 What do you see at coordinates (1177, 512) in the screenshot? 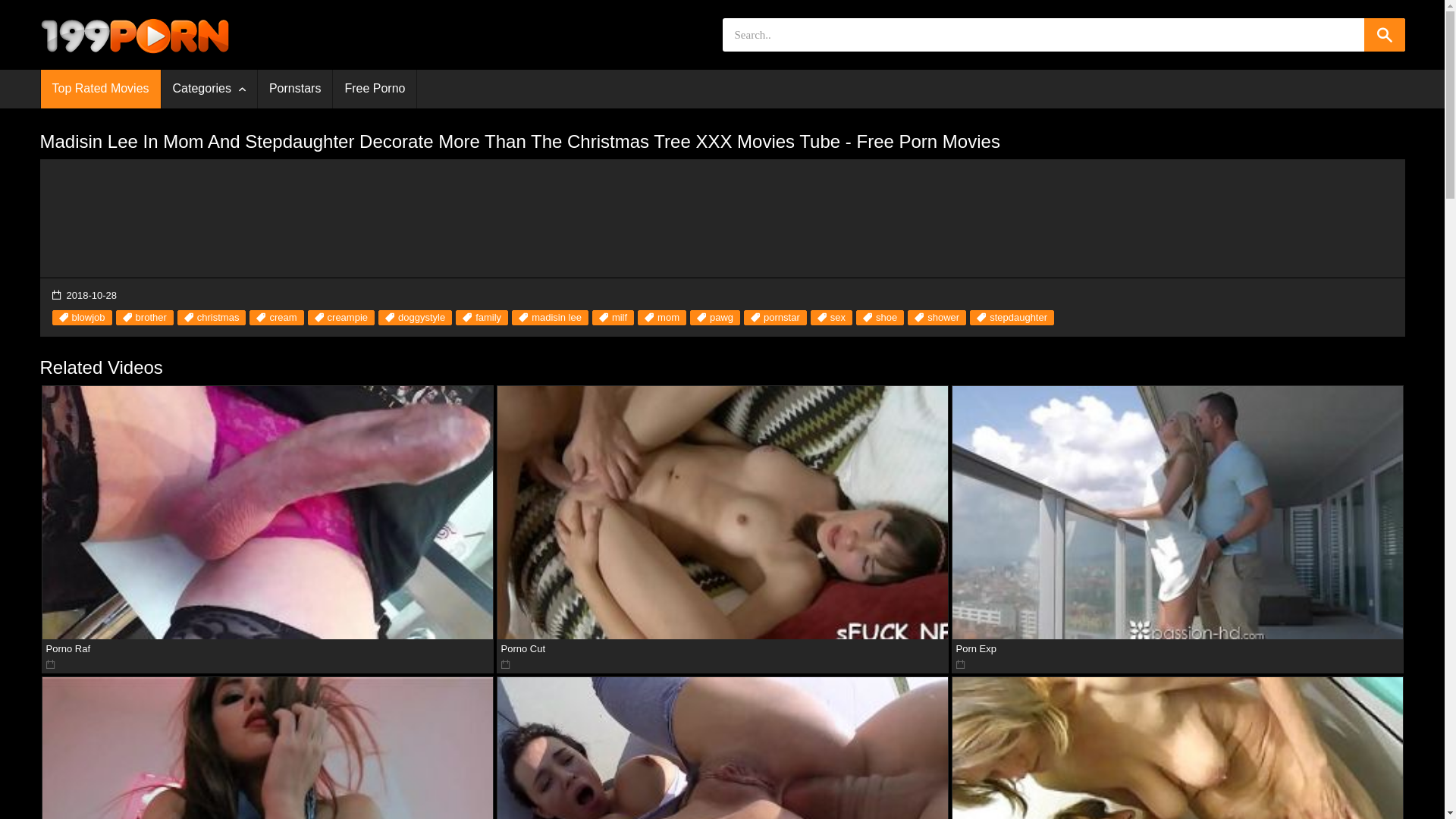
I see `'Porn Exp'` at bounding box center [1177, 512].